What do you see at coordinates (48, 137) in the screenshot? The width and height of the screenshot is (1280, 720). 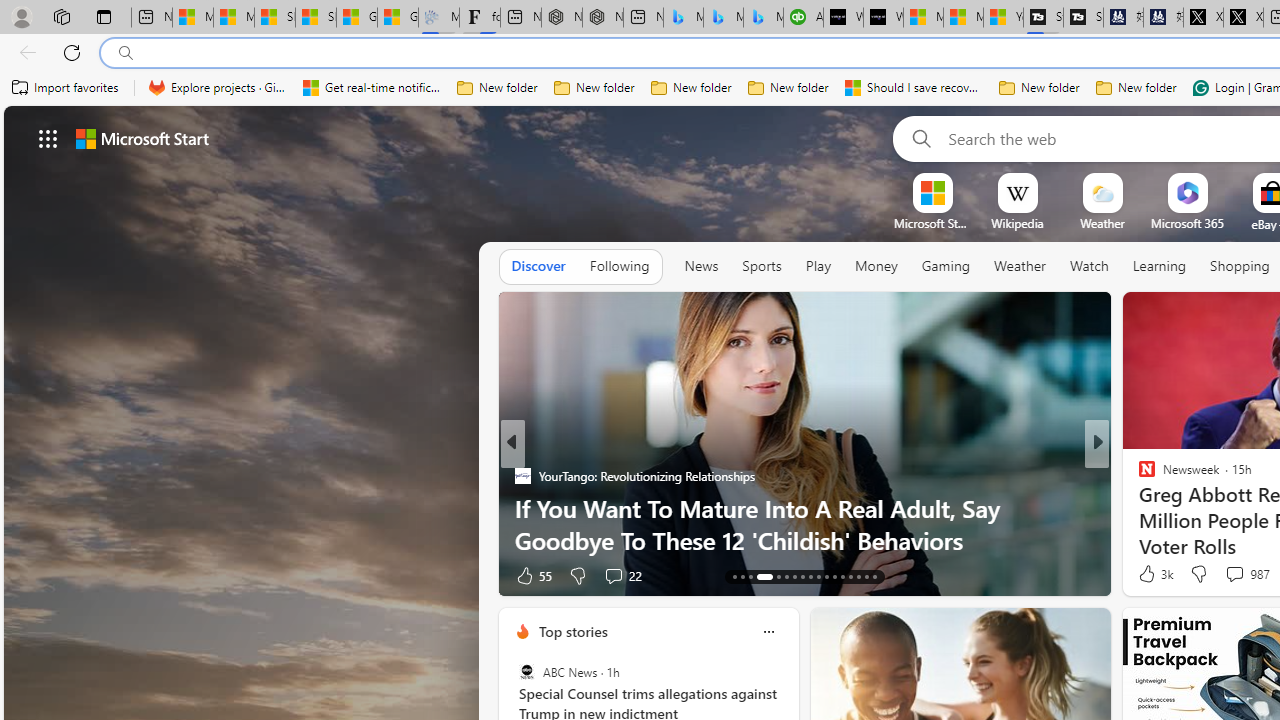 I see `'Class: control'` at bounding box center [48, 137].